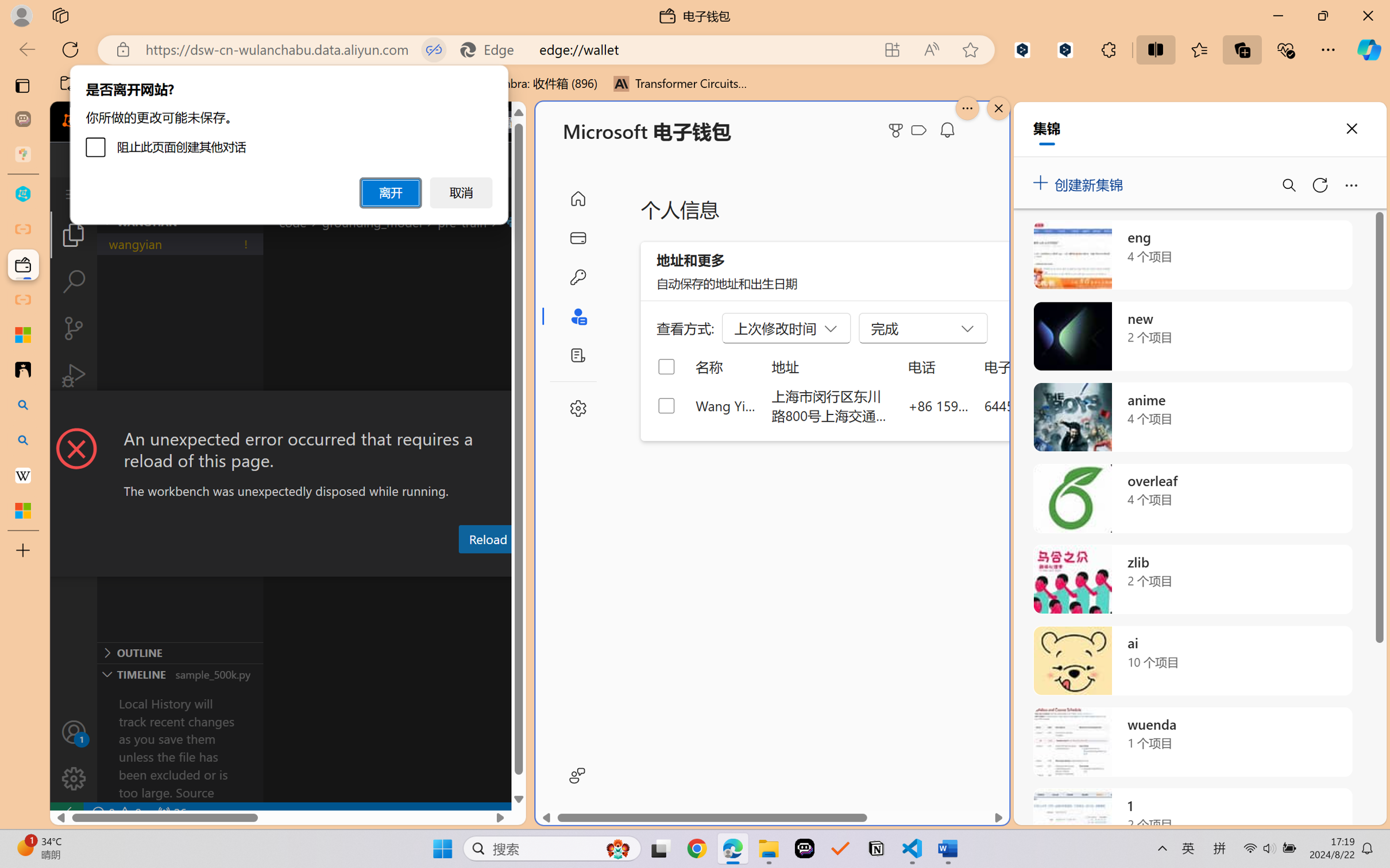 This screenshot has height=868, width=1390. What do you see at coordinates (486, 538) in the screenshot?
I see `'Reload'` at bounding box center [486, 538].